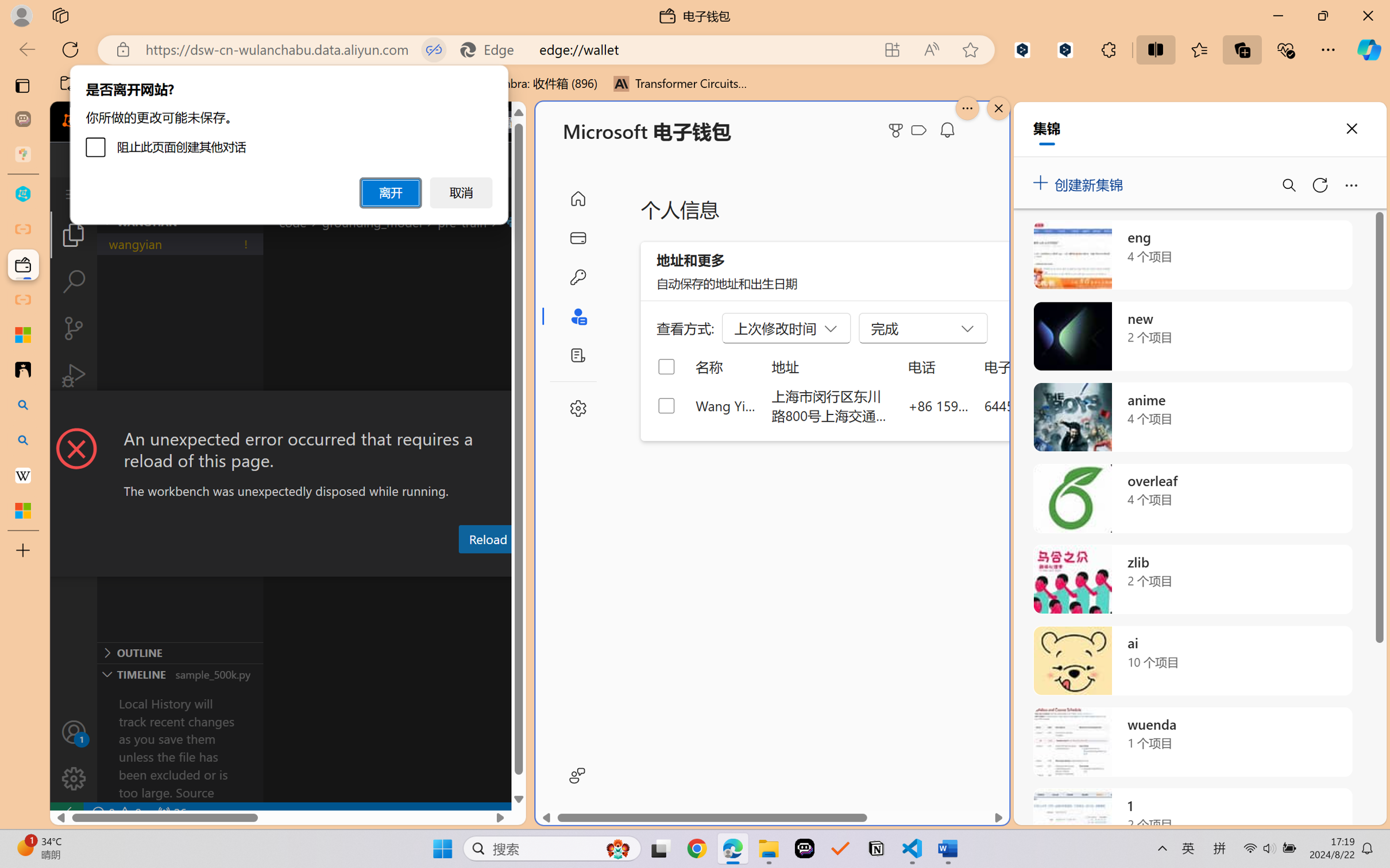 This screenshot has height=868, width=1390. What do you see at coordinates (486, 538) in the screenshot?
I see `'Reload'` at bounding box center [486, 538].